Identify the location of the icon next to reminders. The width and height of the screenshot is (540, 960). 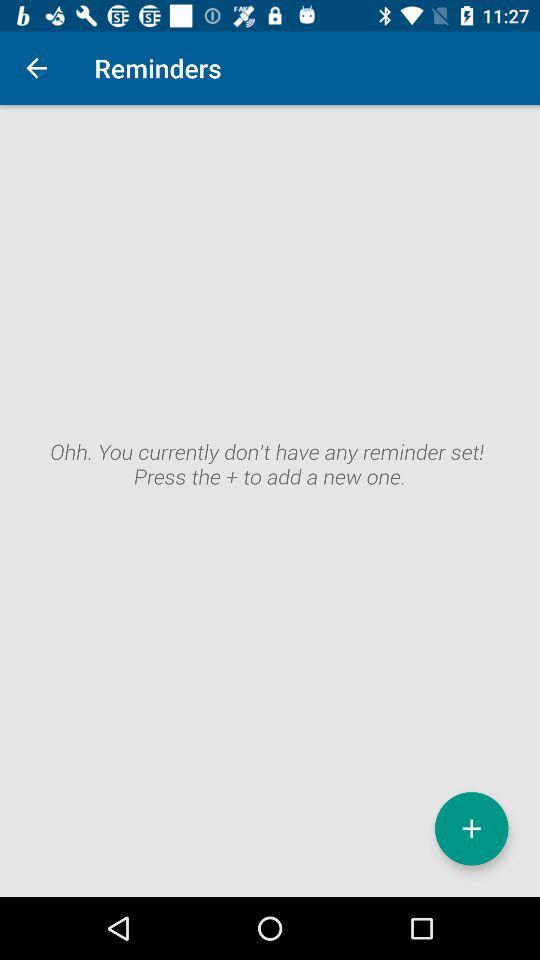
(36, 68).